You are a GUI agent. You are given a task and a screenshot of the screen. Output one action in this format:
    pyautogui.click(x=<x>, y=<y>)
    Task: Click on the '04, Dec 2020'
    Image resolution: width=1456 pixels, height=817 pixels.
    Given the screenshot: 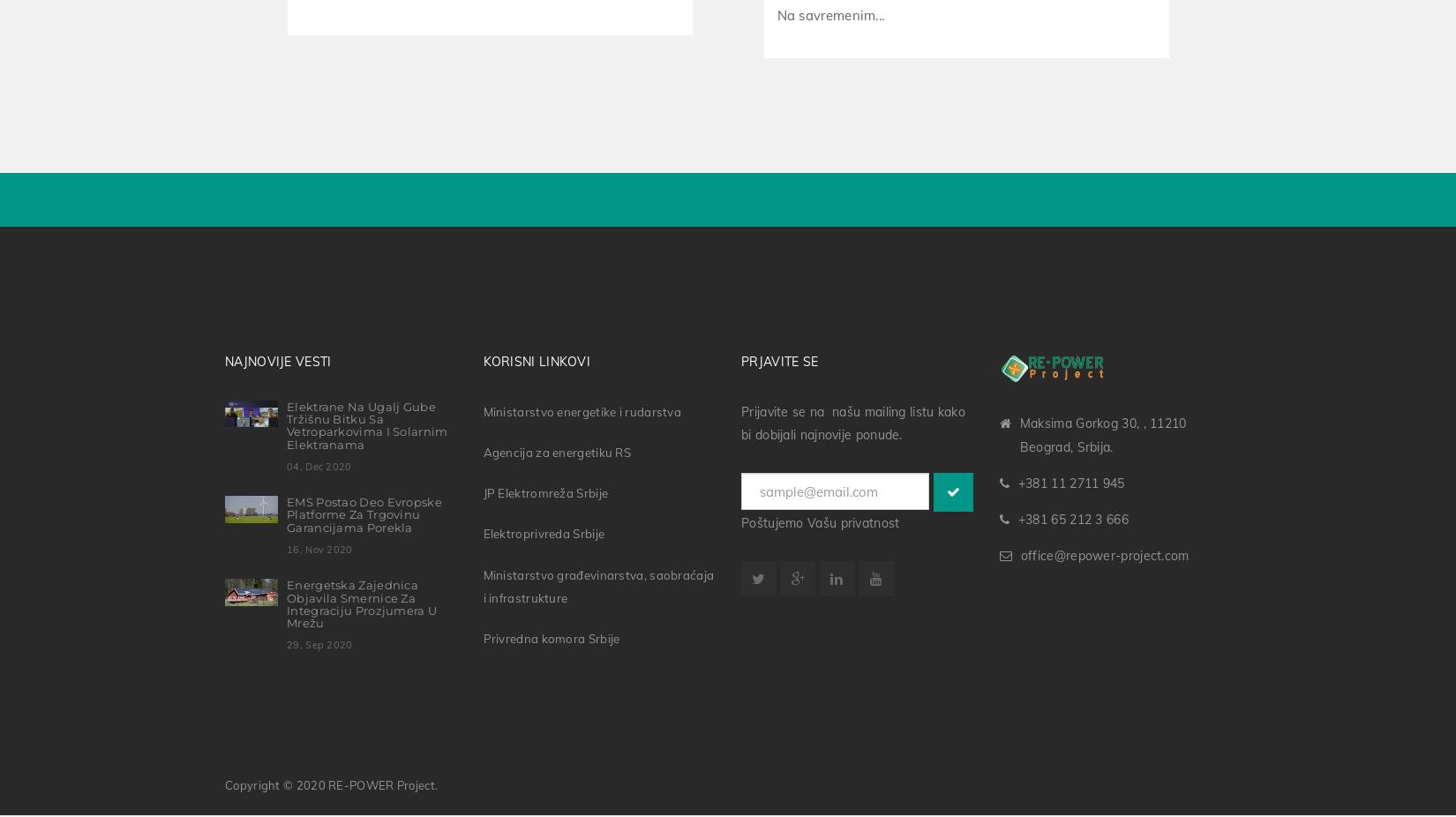 What is the action you would take?
    pyautogui.click(x=319, y=462)
    